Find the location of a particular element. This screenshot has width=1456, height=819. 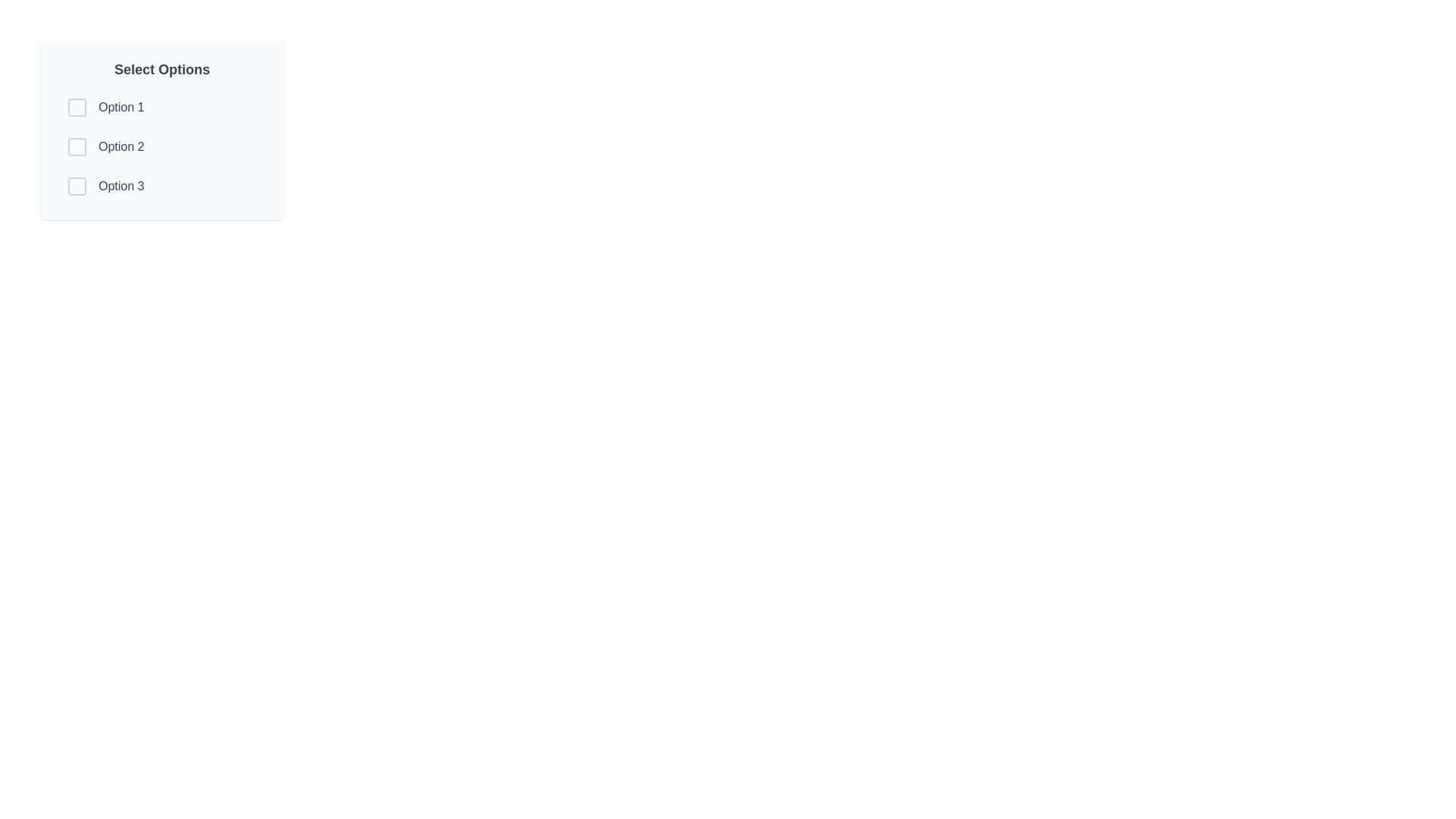

the checkbox for 'Option 2' is located at coordinates (76, 146).